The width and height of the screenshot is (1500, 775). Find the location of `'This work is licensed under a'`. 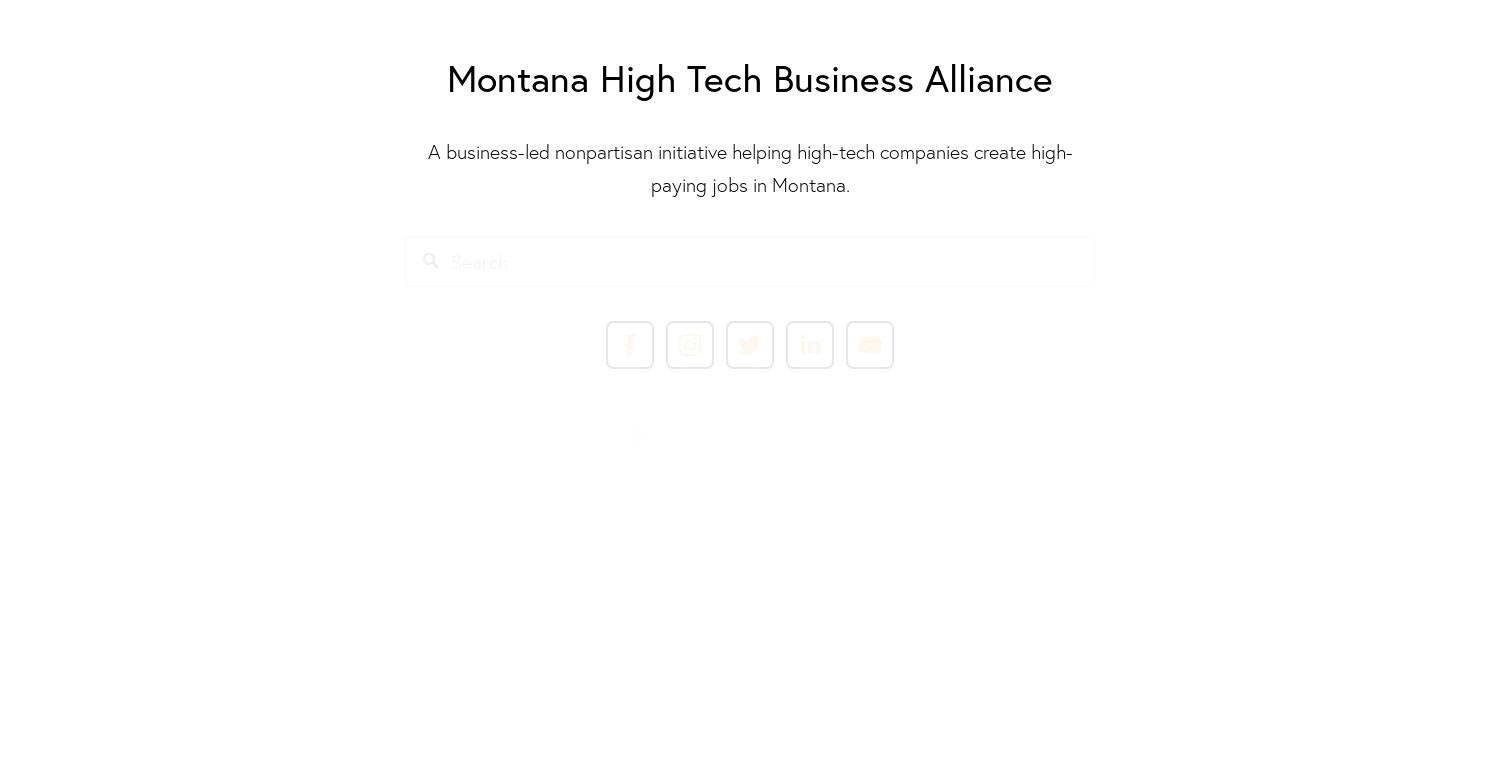

'This work is licensed under a' is located at coordinates (550, 476).